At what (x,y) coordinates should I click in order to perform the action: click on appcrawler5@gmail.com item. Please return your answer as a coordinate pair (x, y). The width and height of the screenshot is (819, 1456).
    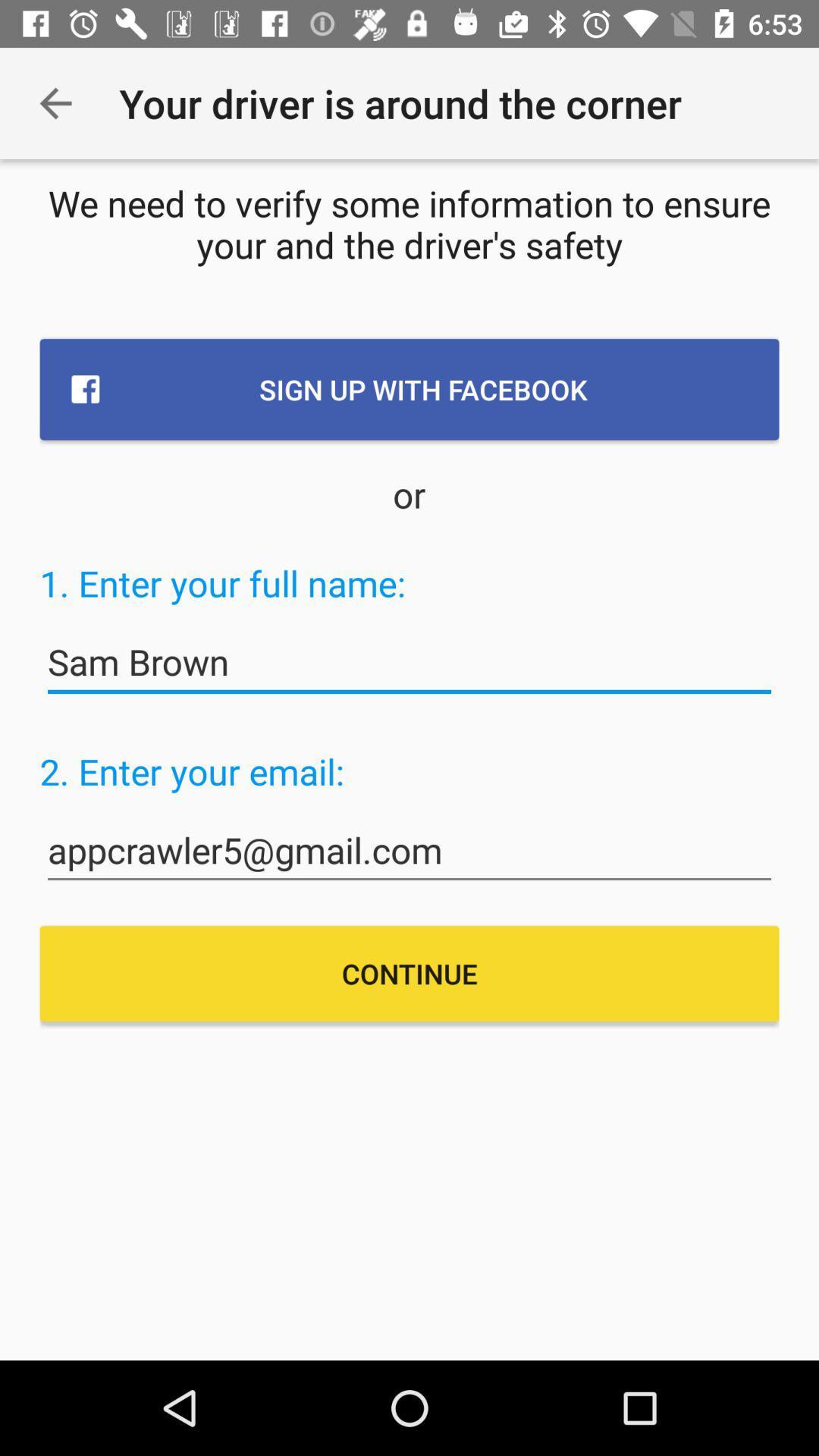
    Looking at the image, I should click on (409, 851).